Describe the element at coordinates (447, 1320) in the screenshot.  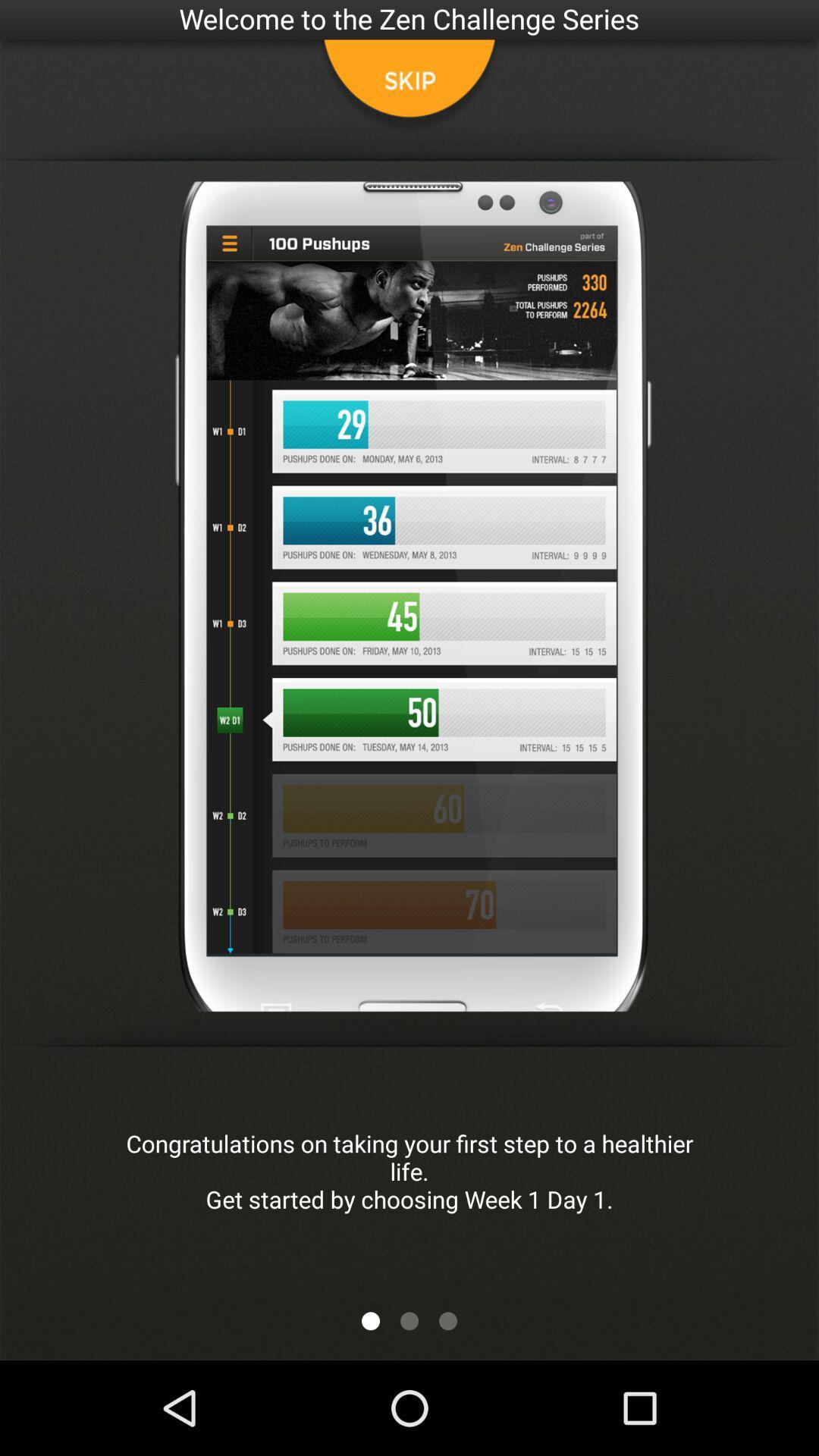
I see `page` at that location.